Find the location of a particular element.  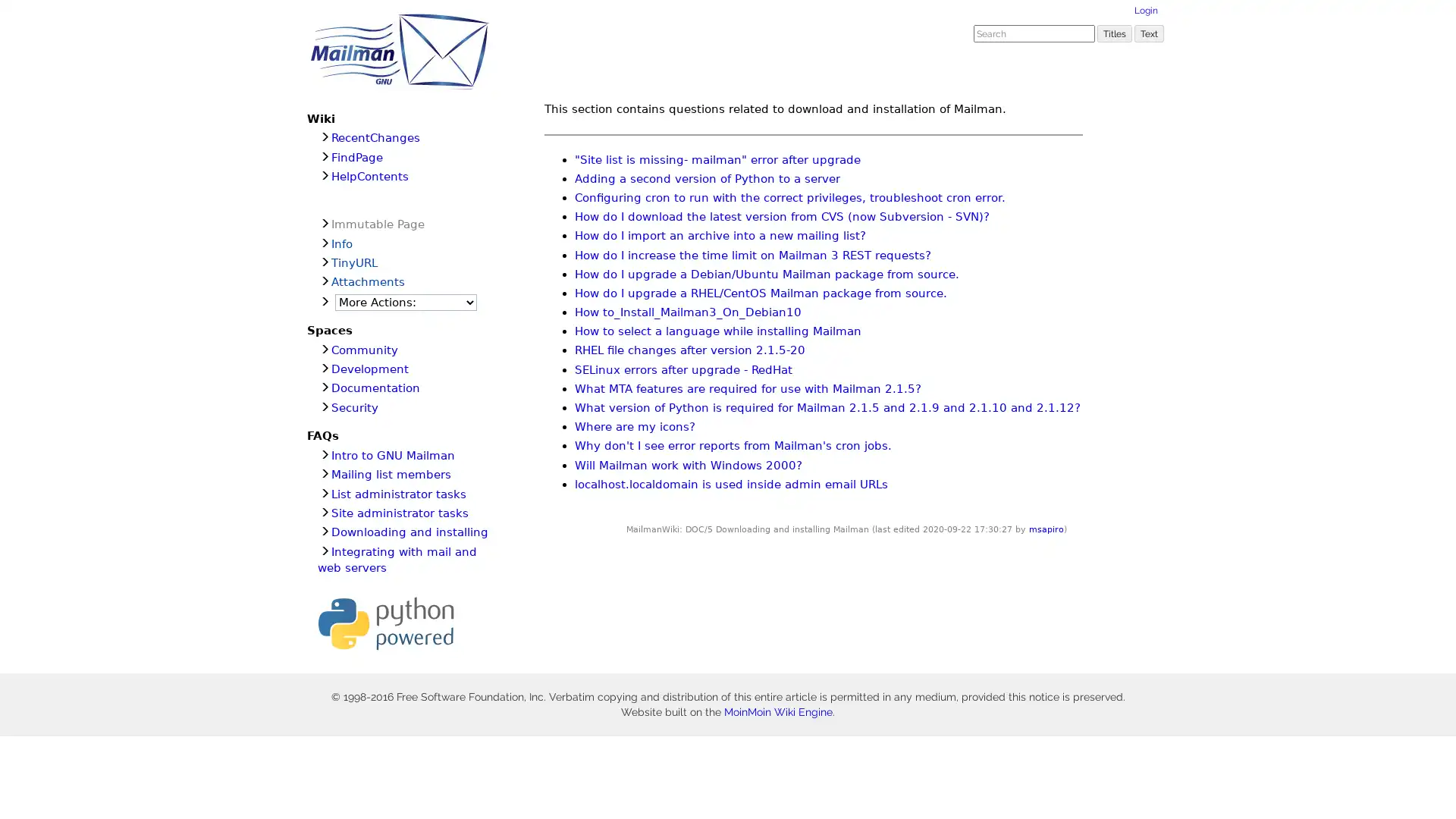

Text is located at coordinates (1149, 33).